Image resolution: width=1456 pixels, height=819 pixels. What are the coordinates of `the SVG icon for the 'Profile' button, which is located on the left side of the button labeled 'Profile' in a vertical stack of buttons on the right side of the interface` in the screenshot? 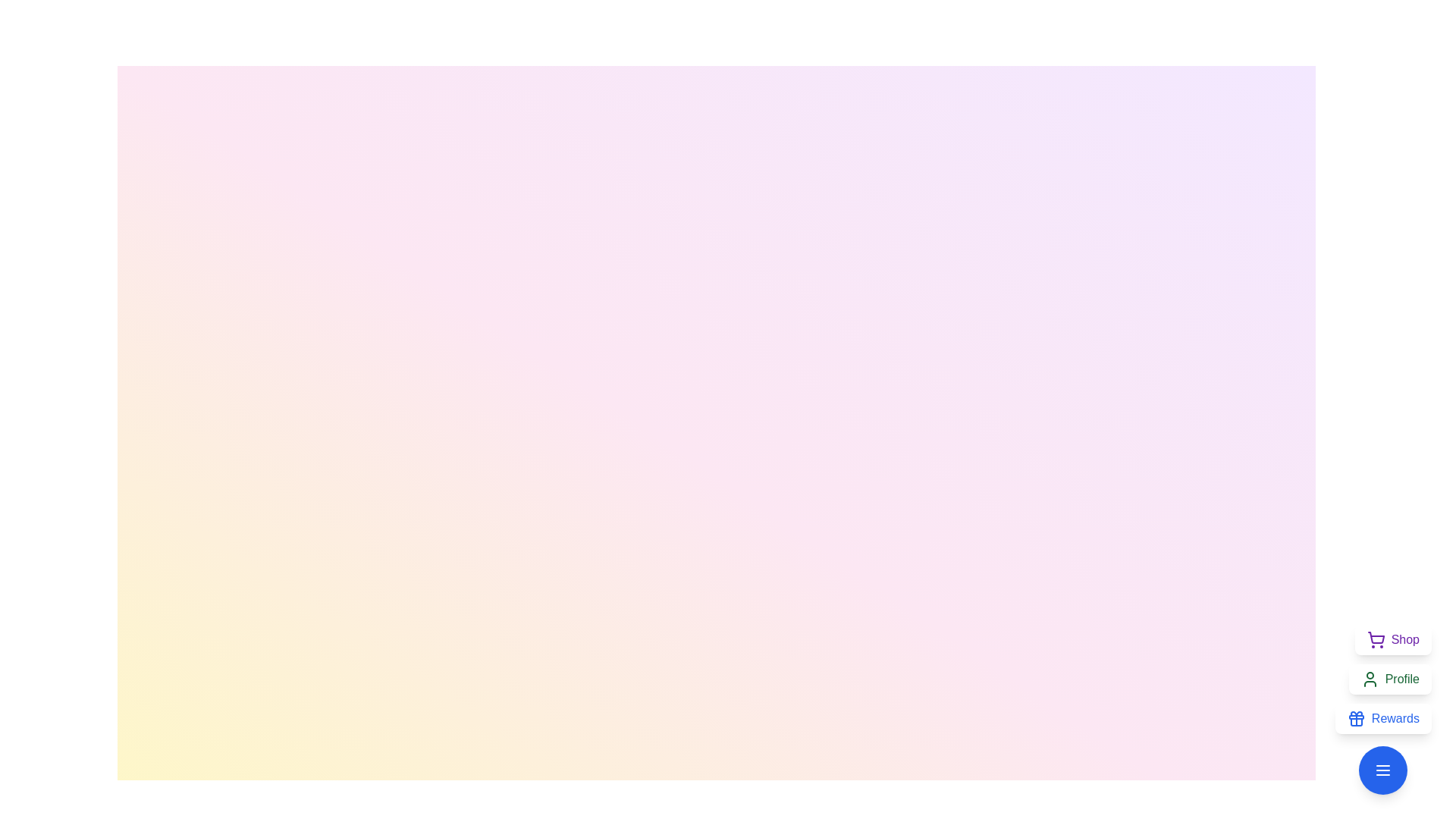 It's located at (1370, 678).